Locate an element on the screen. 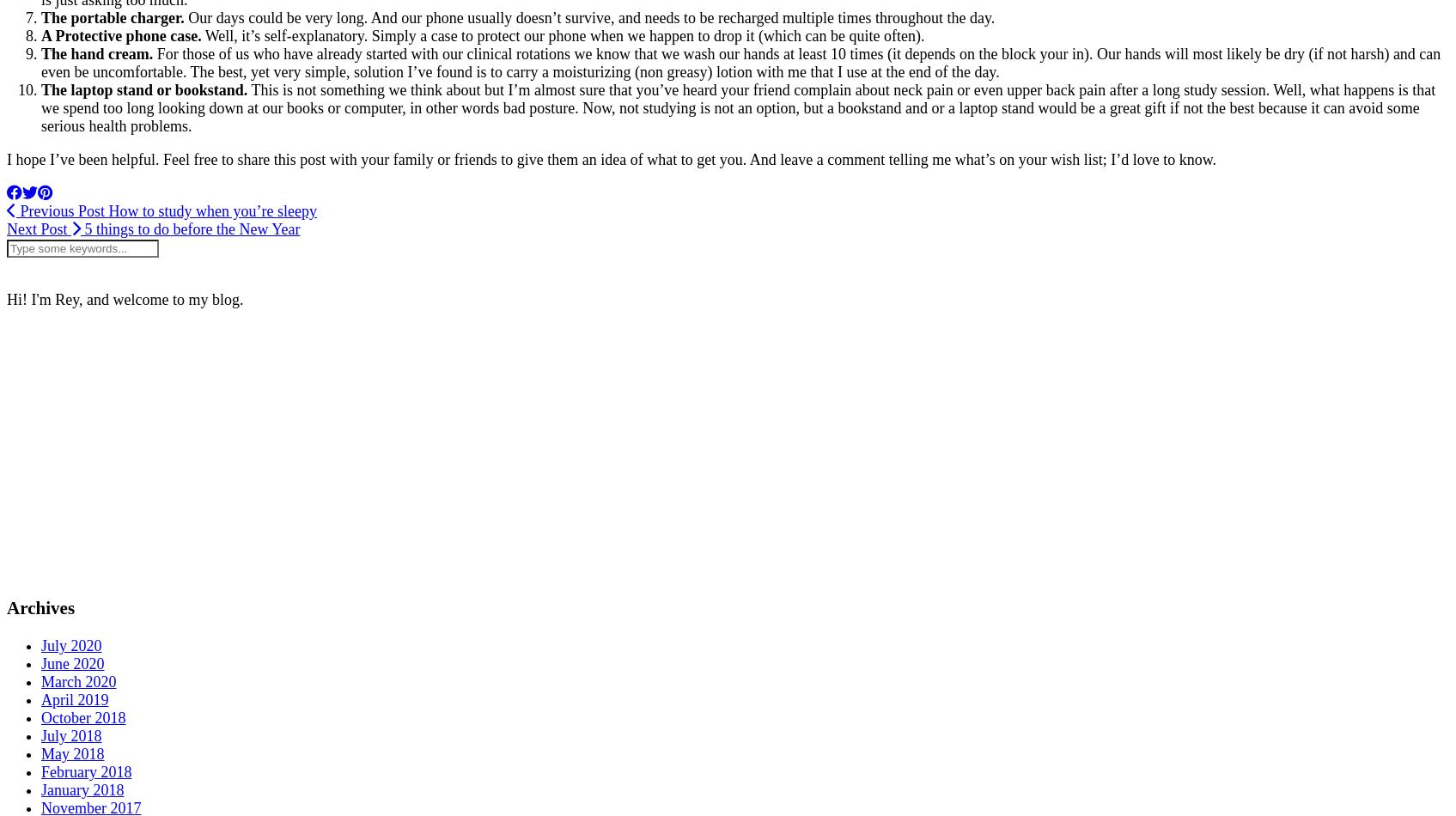  'The portable charger.' is located at coordinates (113, 17).